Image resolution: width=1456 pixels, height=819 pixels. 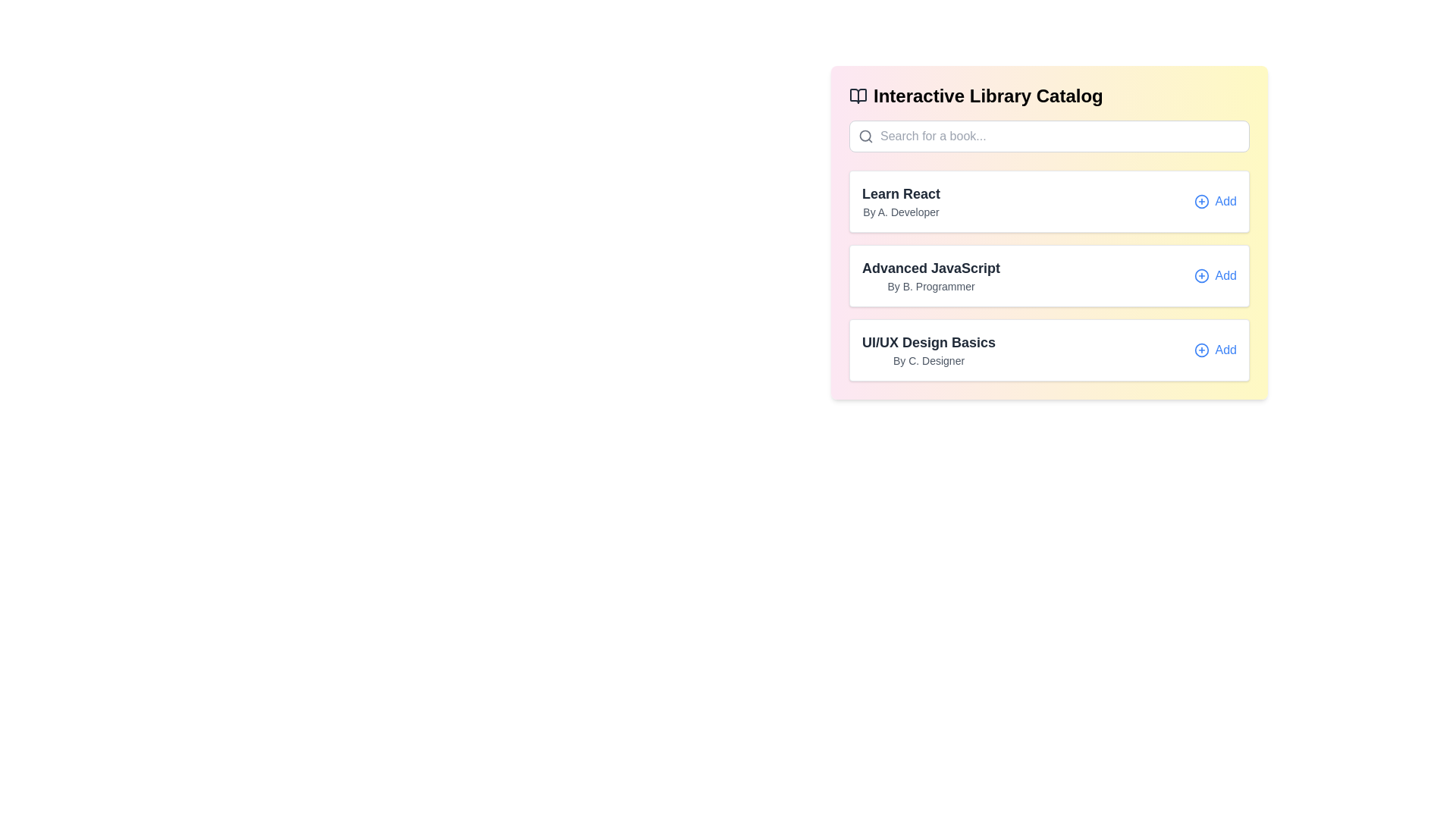 I want to click on the circular icon button with a plus symbol inside, which has a thin blue border and transparent background, located to the right of the 'UI/UX Design Basics' list item in the 'Interactive Library Catalog' interface, so click(x=1200, y=350).